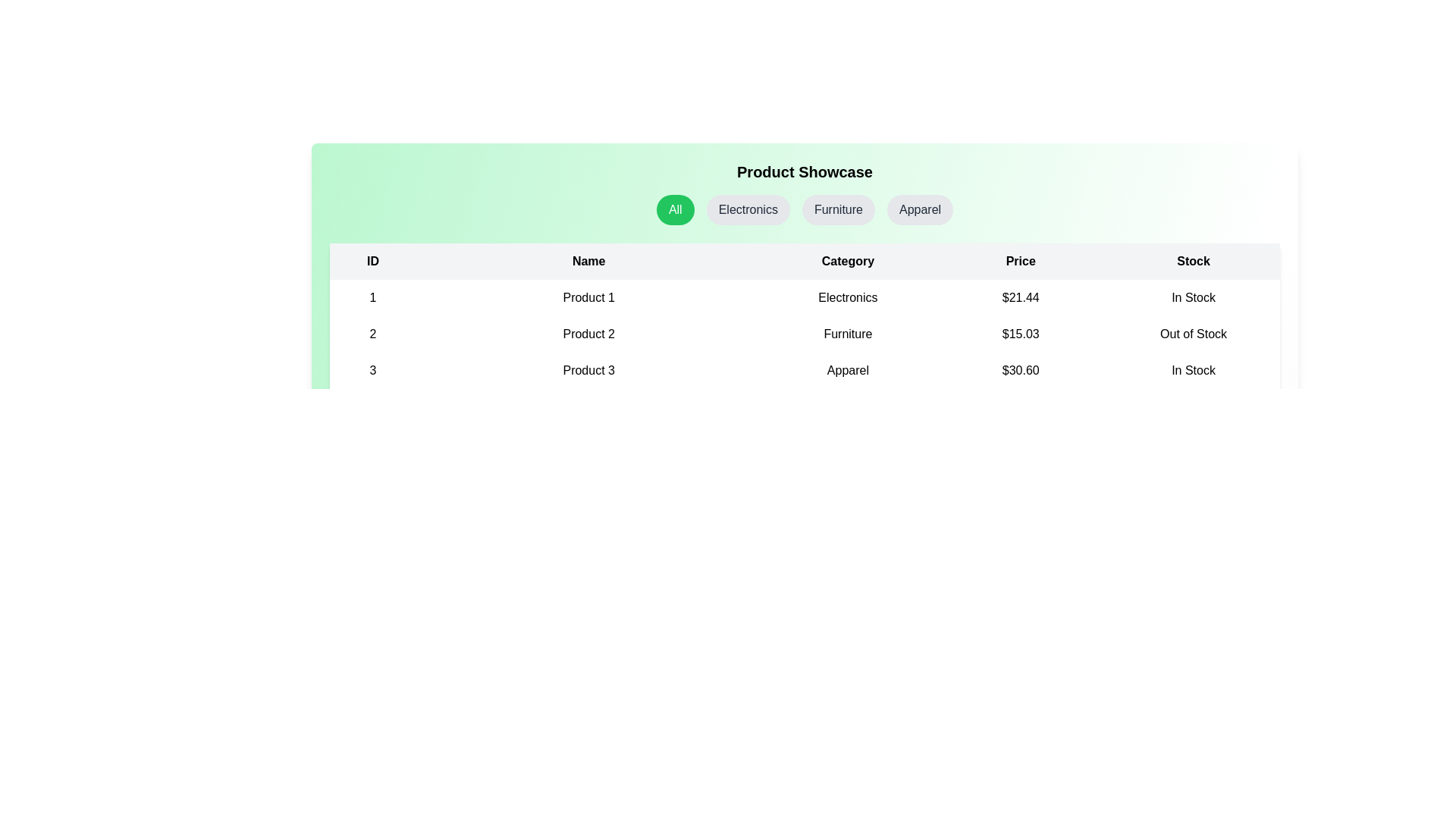 The image size is (1456, 819). I want to click on the category button labeled All to filter products, so click(674, 210).